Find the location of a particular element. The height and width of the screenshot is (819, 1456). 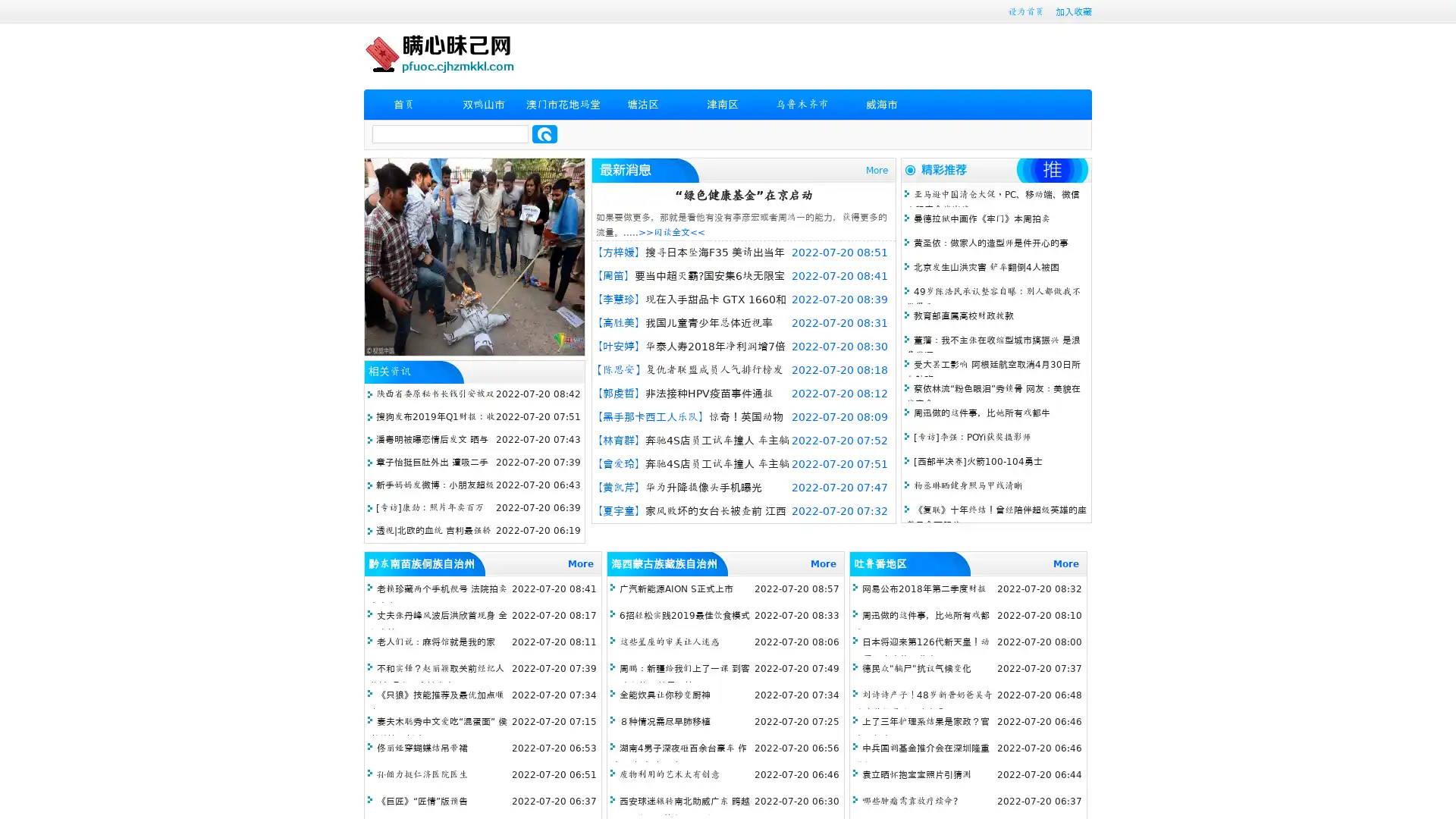

Search is located at coordinates (544, 133).